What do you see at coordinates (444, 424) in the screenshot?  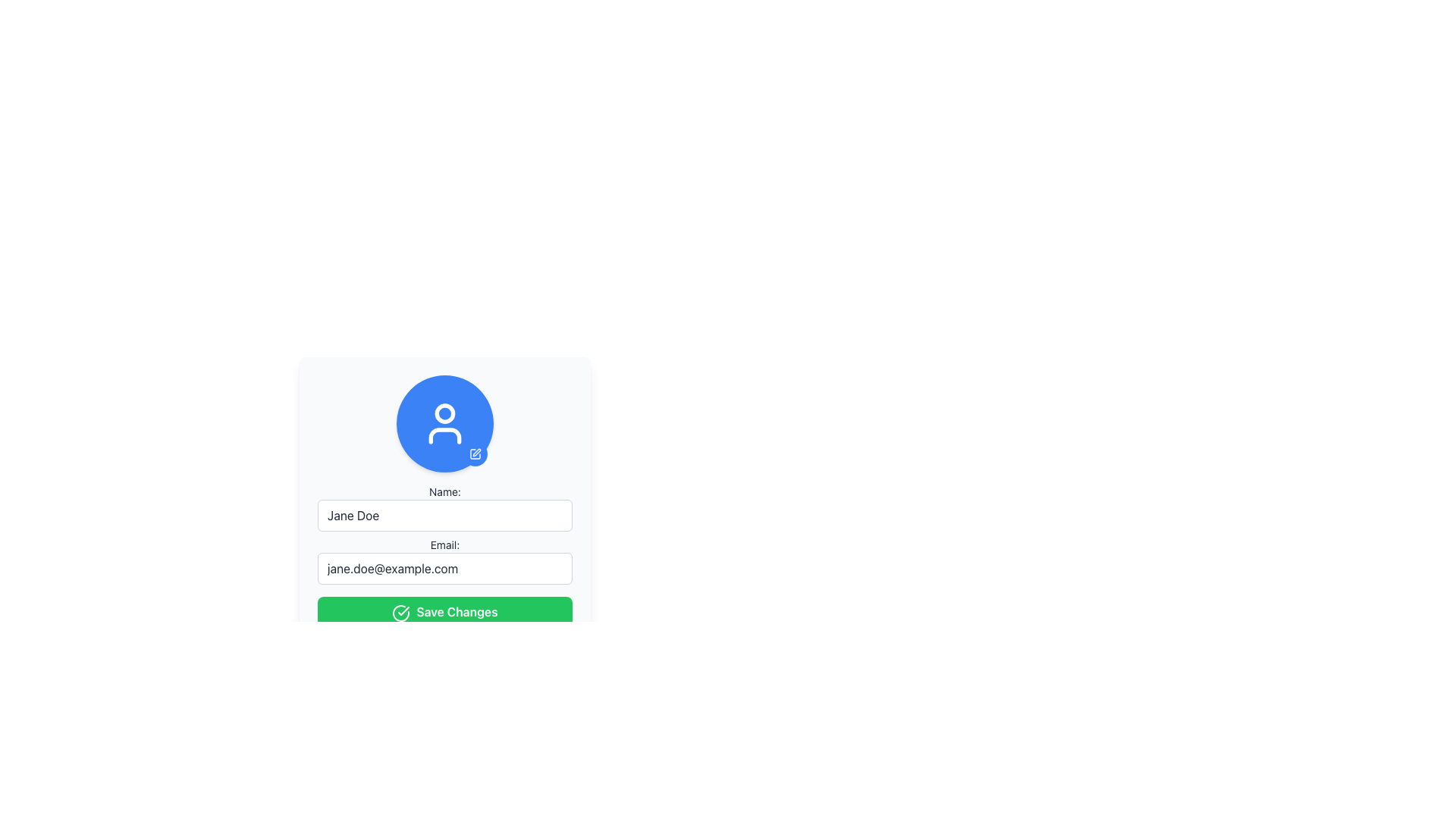 I see `the circular blue avatar icon with a white user silhouette` at bounding box center [444, 424].